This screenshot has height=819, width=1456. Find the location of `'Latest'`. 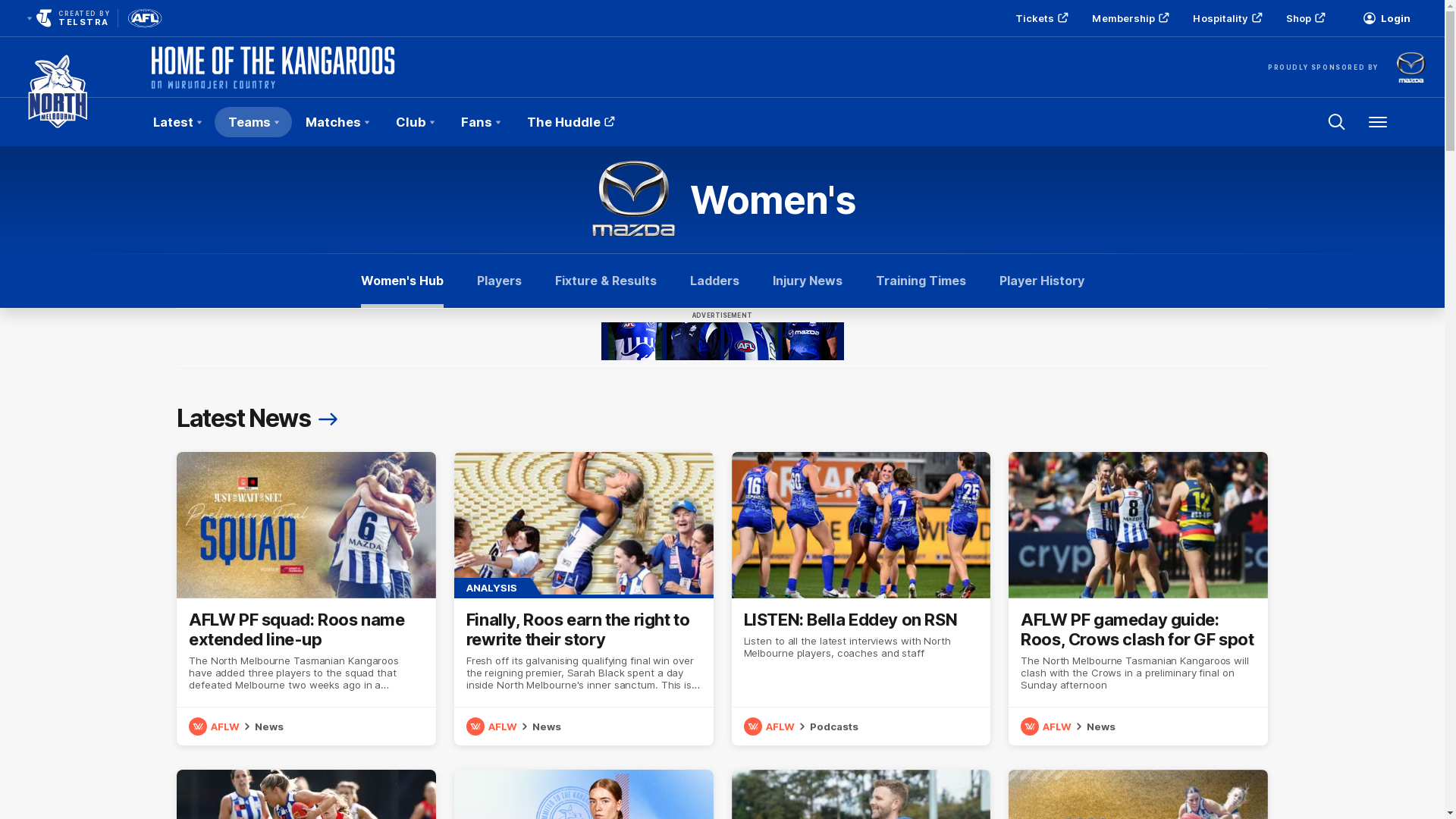

'Latest' is located at coordinates (177, 121).